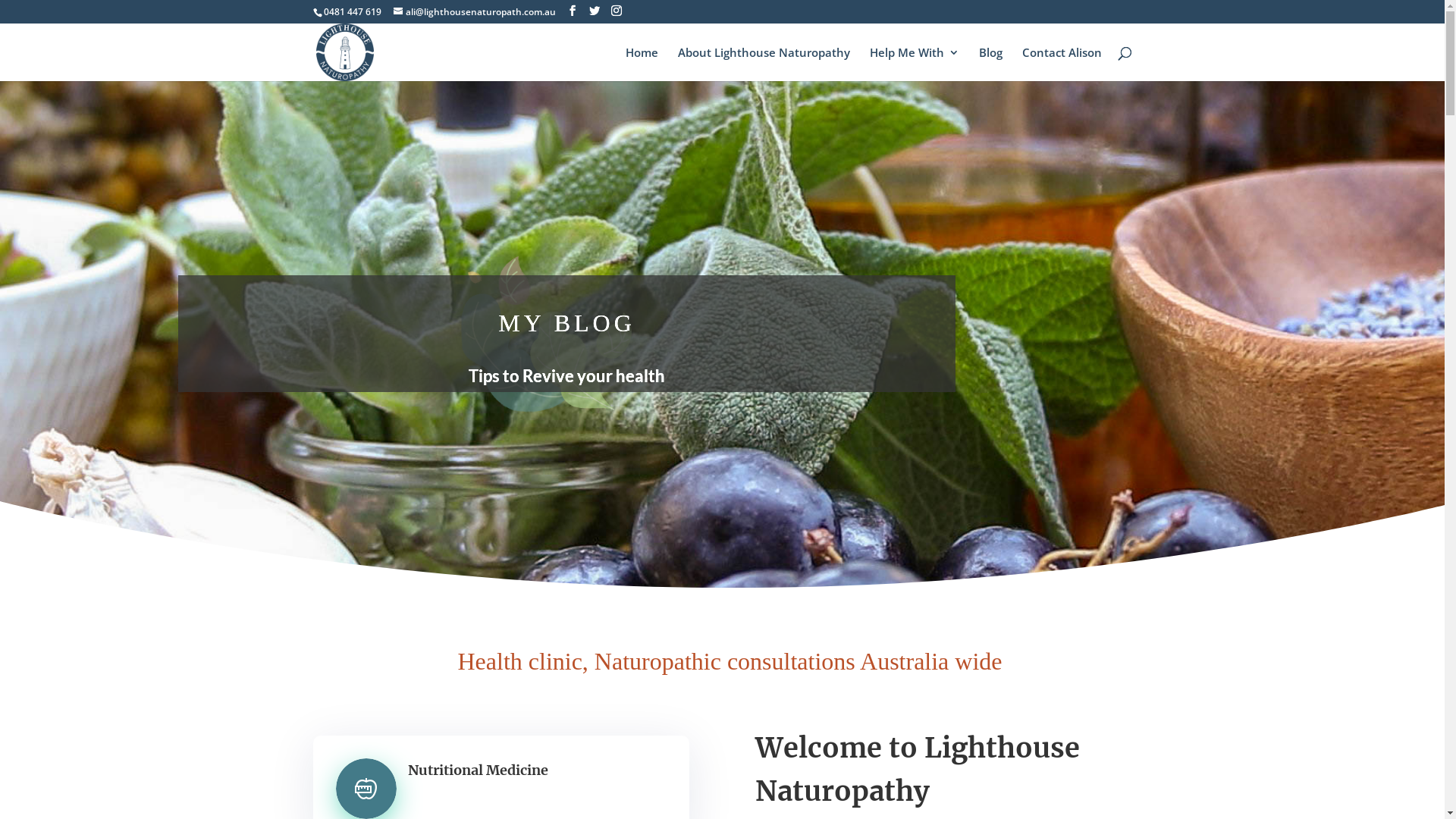  Describe the element at coordinates (764, 63) in the screenshot. I see `'About Lighthouse Naturopathy'` at that location.